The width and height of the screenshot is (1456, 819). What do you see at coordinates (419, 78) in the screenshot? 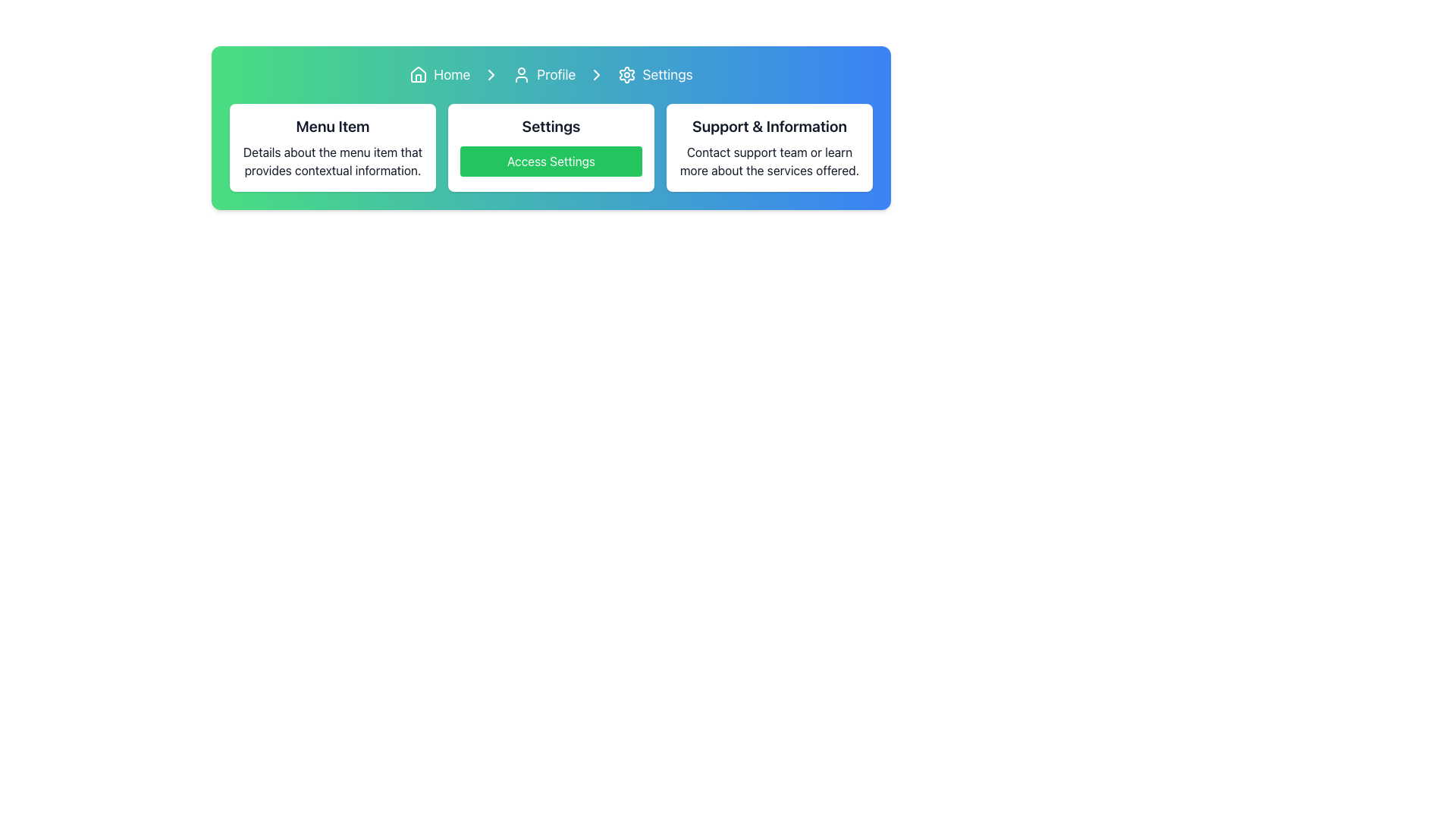
I see `the door component of the house icon, which is a vertical rectangle with a rounded top, located centrally under the triangular roof` at bounding box center [419, 78].